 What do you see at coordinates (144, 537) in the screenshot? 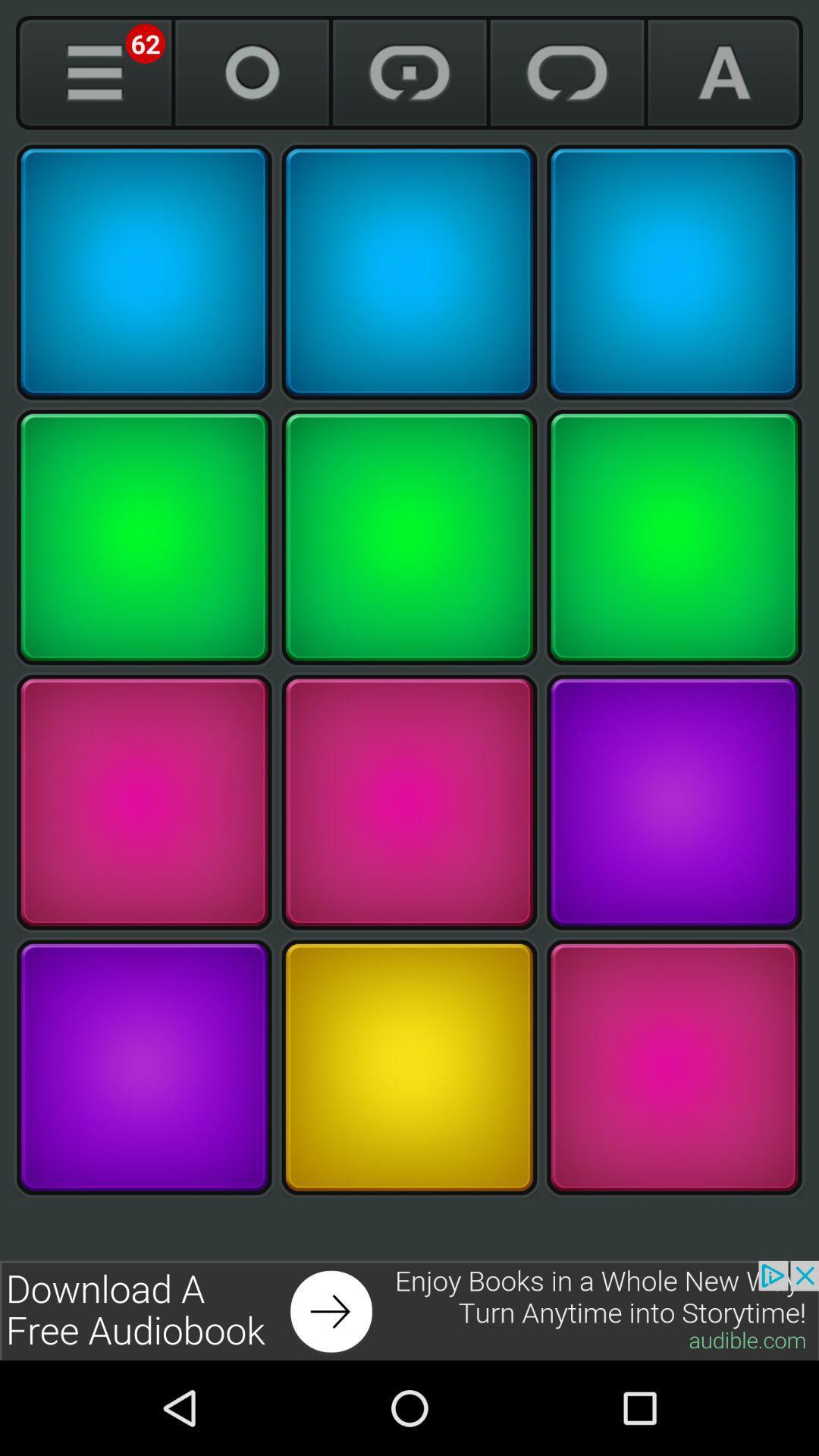
I see `box in second row of first column` at bounding box center [144, 537].